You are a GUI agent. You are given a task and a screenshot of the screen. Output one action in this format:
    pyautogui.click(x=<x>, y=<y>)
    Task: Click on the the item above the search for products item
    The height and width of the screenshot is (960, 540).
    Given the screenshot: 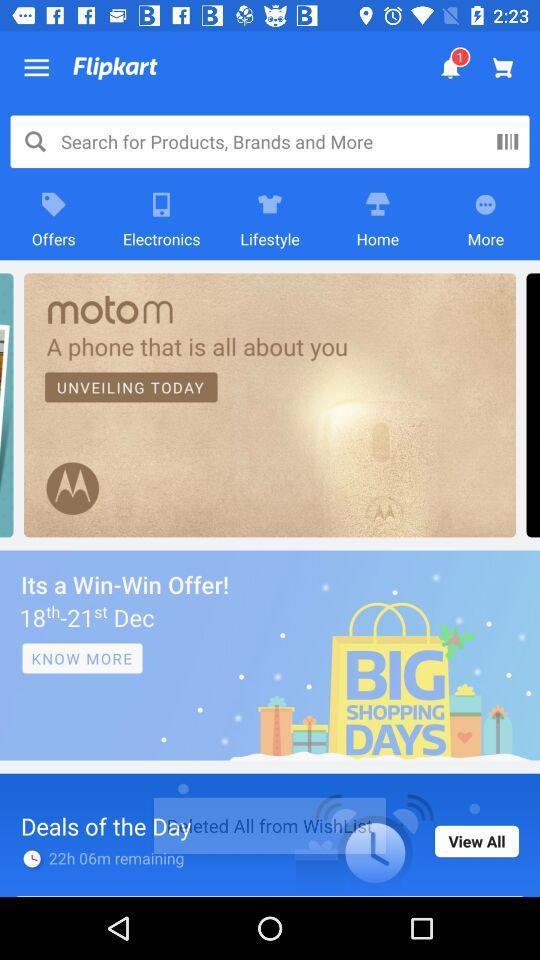 What is the action you would take?
    pyautogui.click(x=115, y=68)
    